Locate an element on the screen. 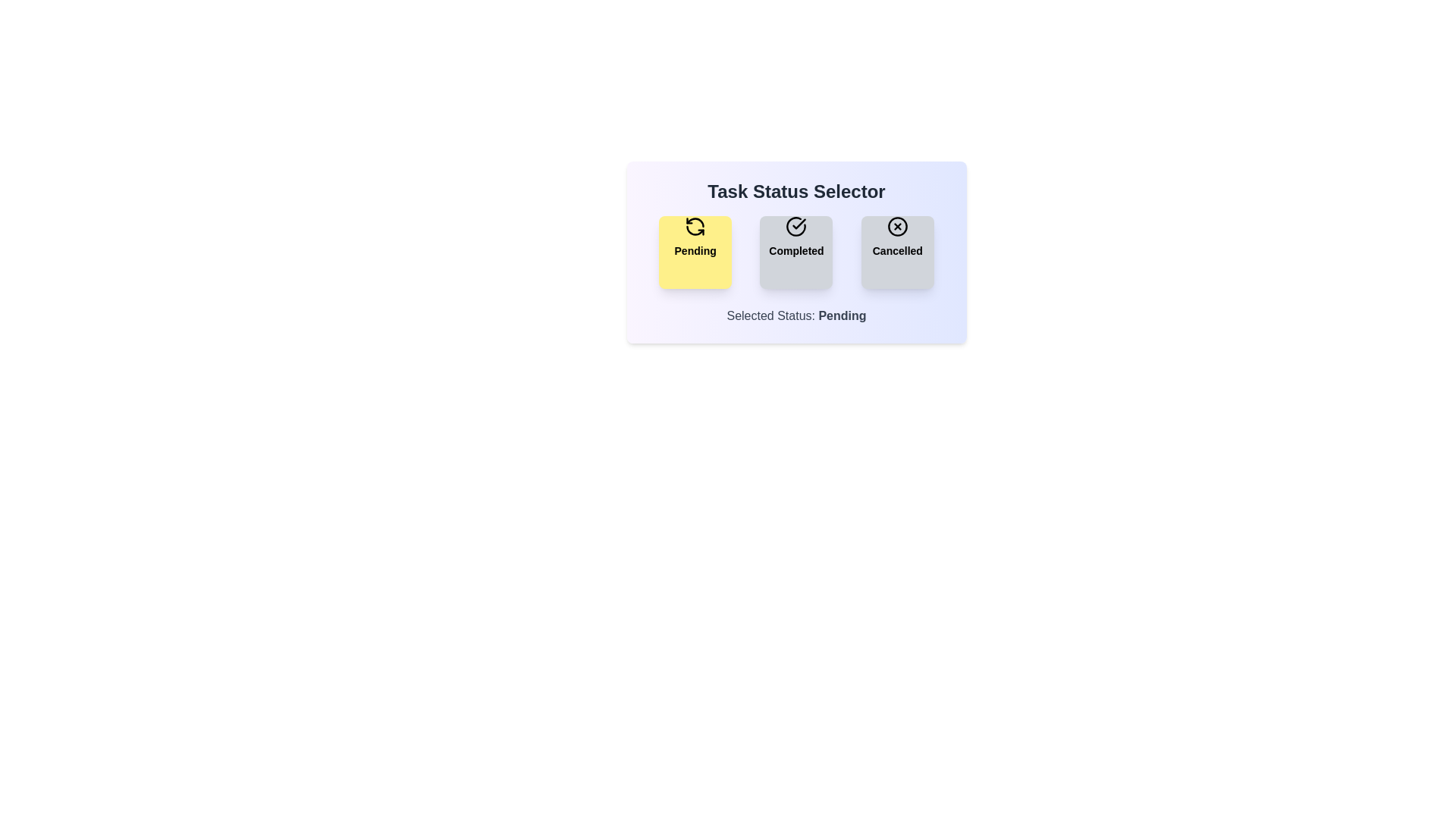 The height and width of the screenshot is (819, 1456). the Cancelled button to observe its hover effect is located at coordinates (897, 251).